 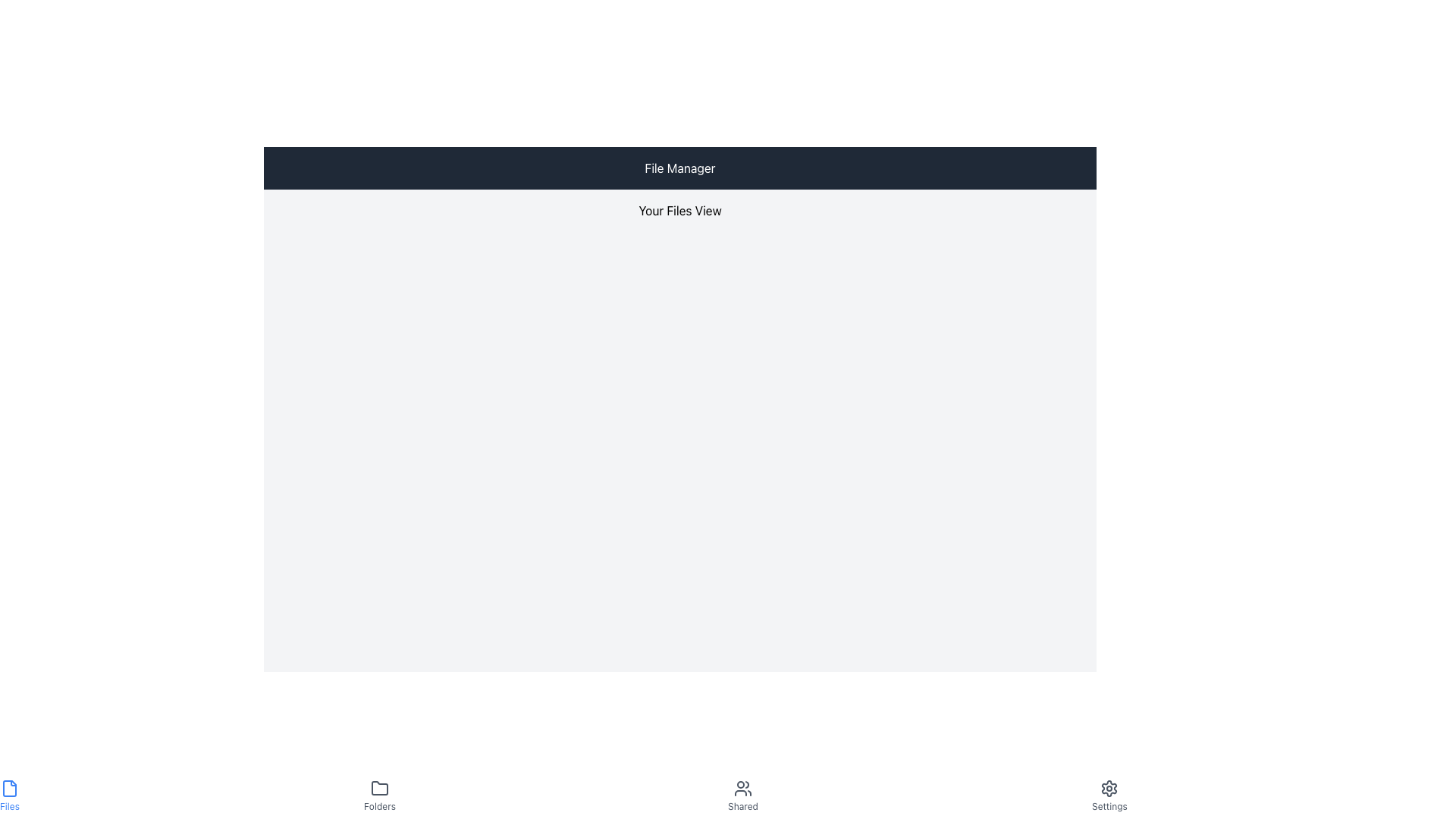 What do you see at coordinates (1109, 806) in the screenshot?
I see `the text label that serves as a navigation indication for the setting, located below the gear icon in the vertical array` at bounding box center [1109, 806].